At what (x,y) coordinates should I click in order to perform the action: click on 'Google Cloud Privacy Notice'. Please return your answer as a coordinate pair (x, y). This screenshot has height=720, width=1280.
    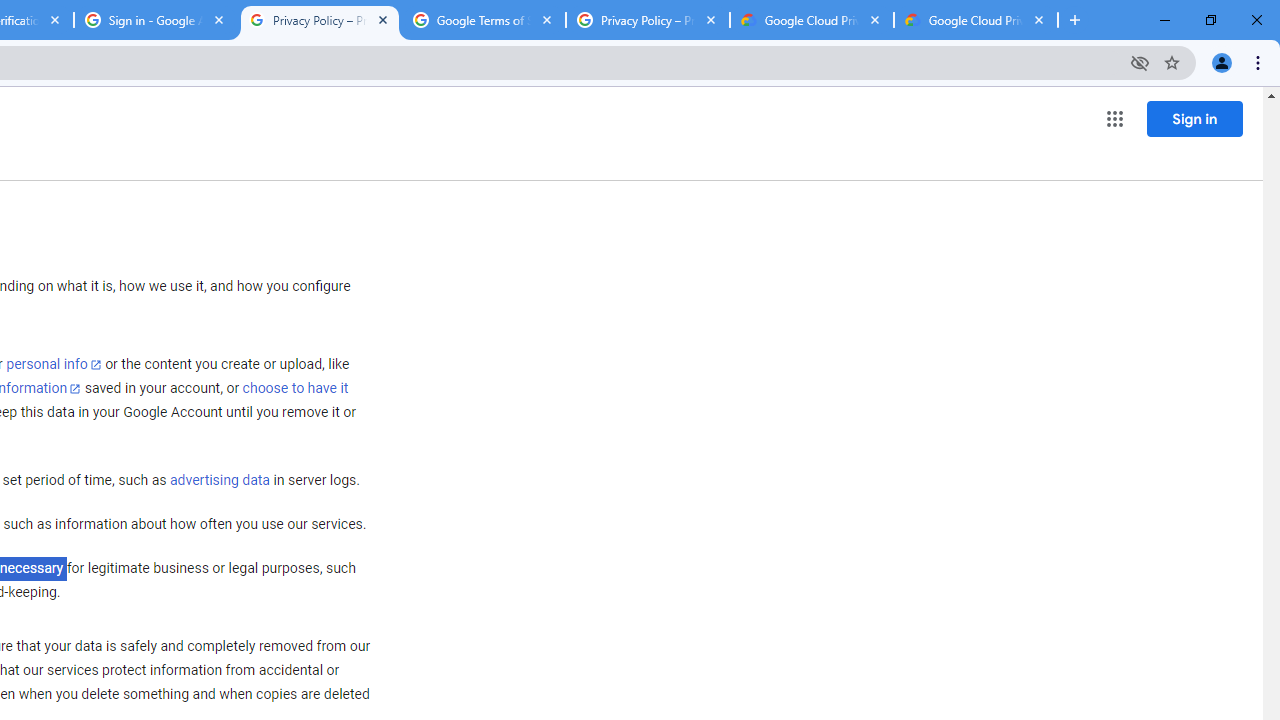
    Looking at the image, I should click on (811, 20).